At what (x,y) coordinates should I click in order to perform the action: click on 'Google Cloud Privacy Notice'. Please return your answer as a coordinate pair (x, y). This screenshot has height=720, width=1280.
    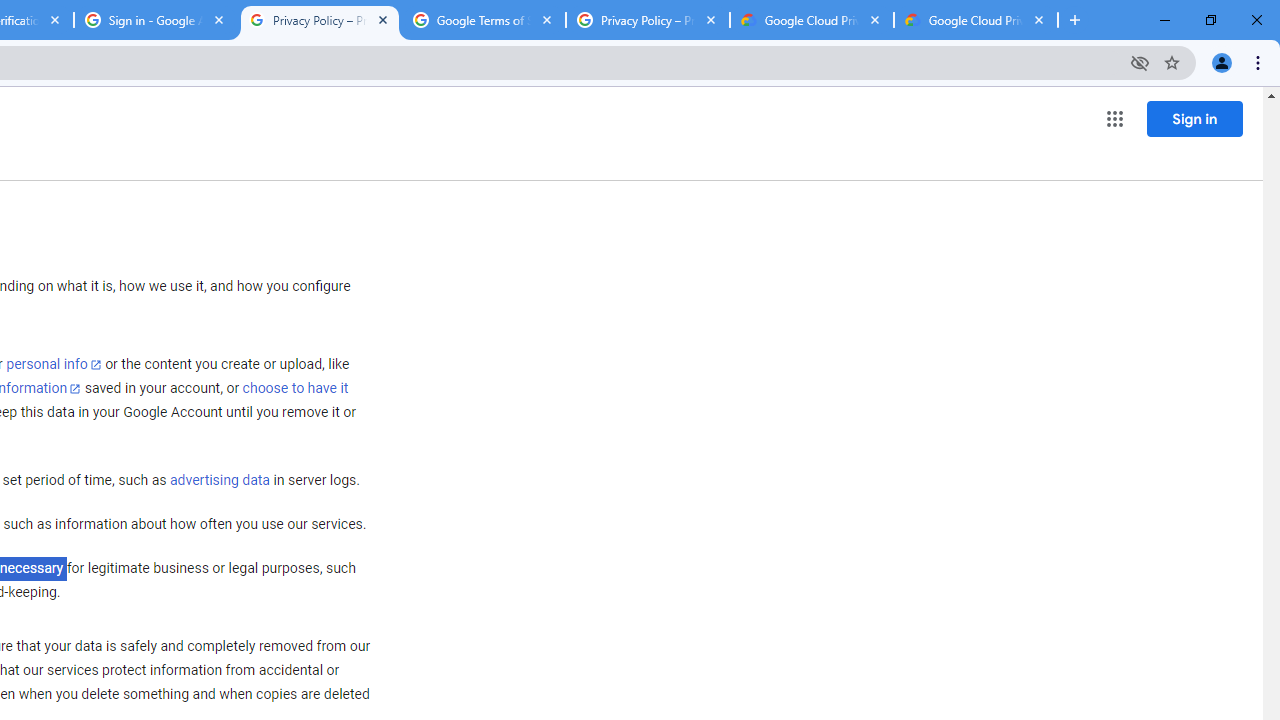
    Looking at the image, I should click on (811, 20).